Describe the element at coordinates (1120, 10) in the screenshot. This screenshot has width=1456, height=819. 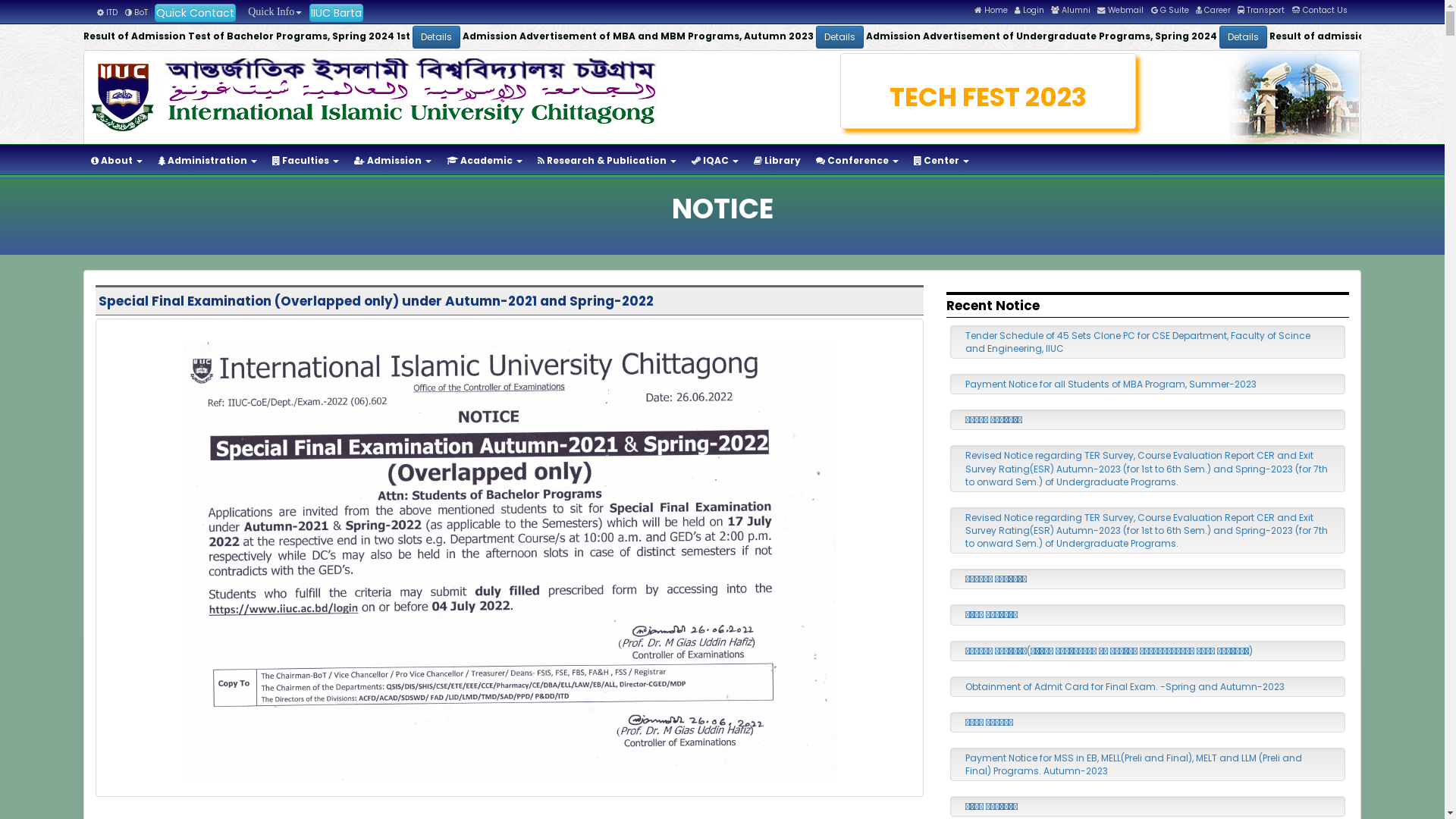
I see `'Webmail'` at that location.